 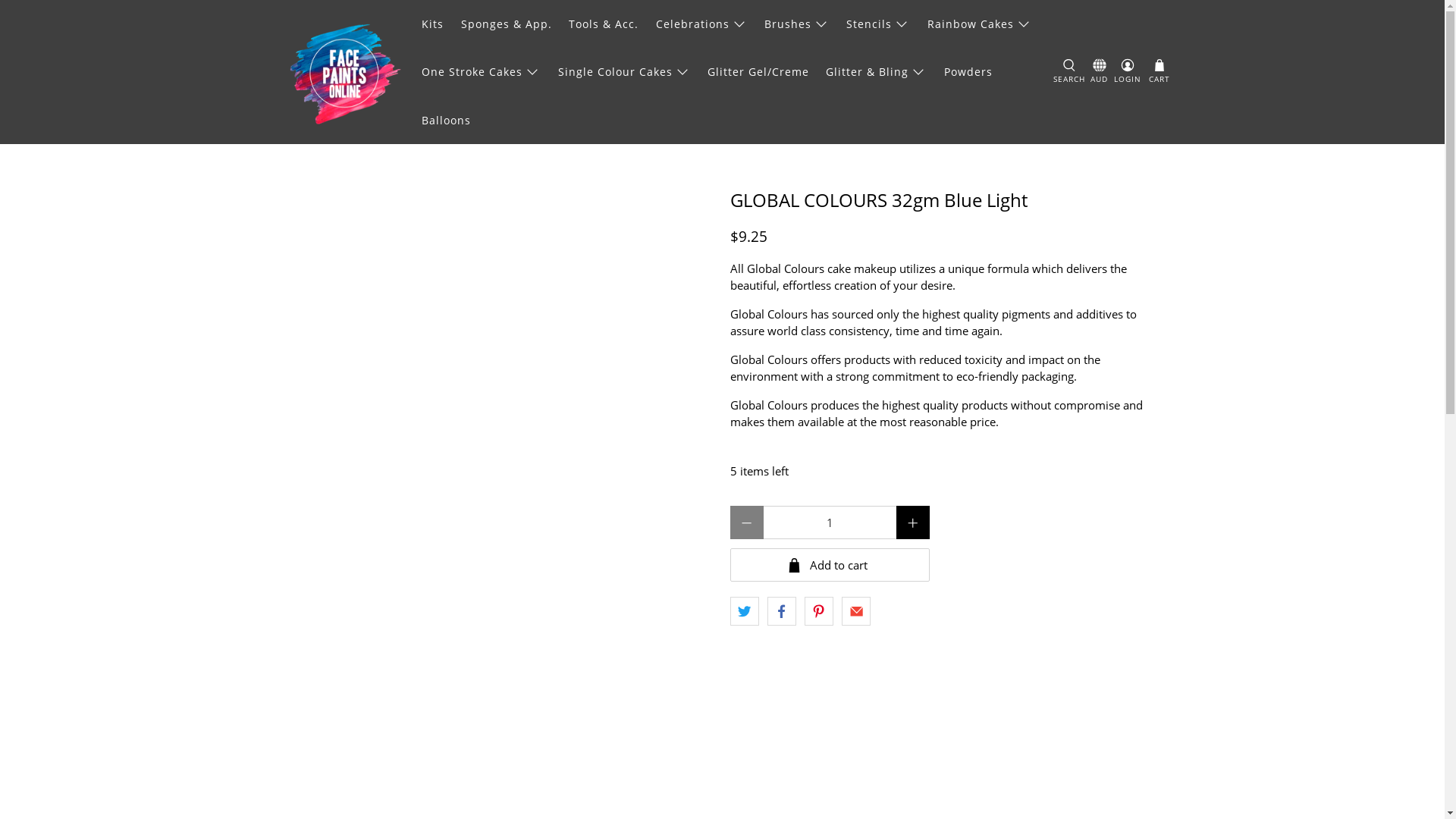 I want to click on 'Tools & Acc.', so click(x=603, y=24).